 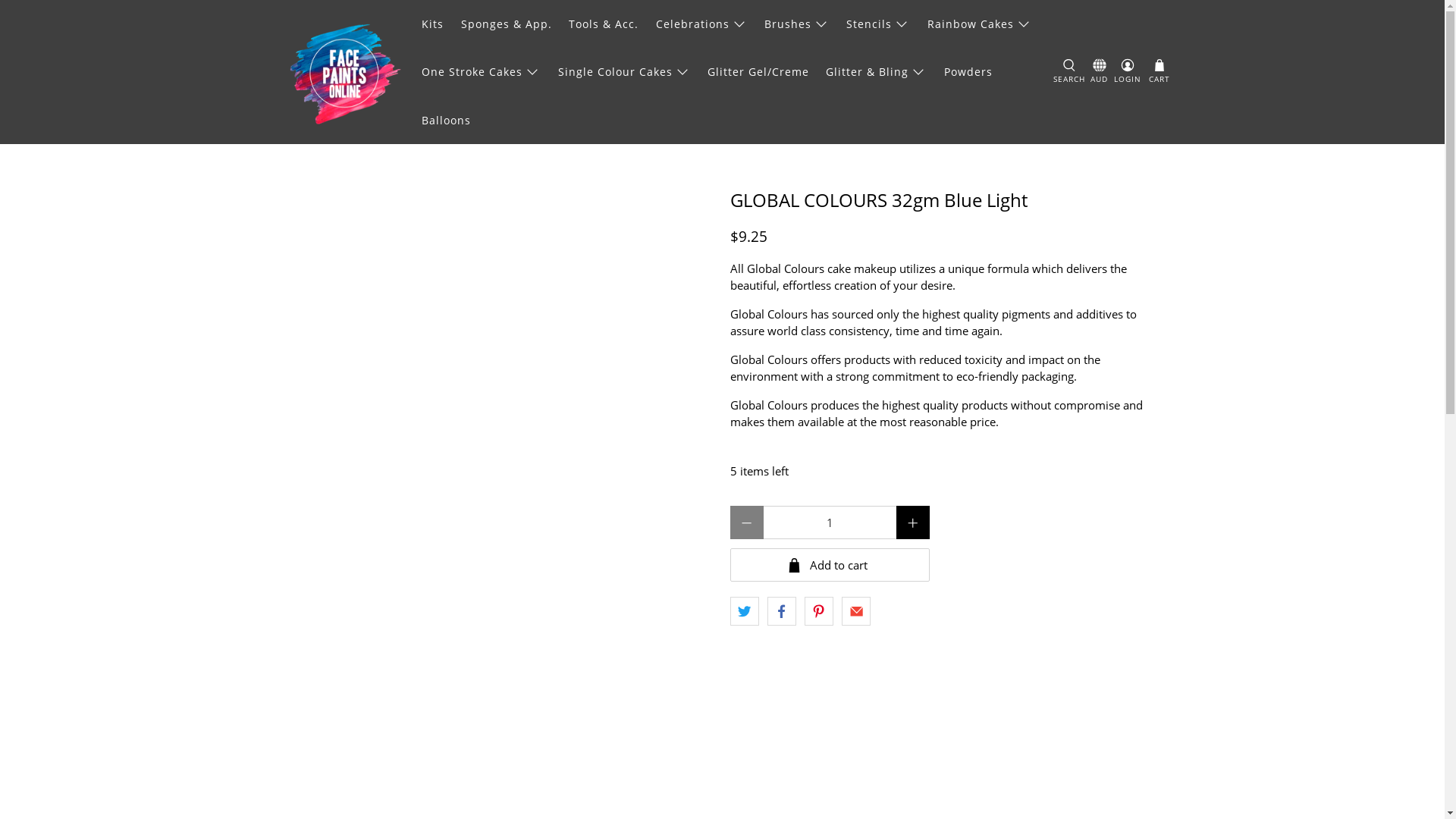 I want to click on 'Tools & Acc.', so click(x=603, y=24).